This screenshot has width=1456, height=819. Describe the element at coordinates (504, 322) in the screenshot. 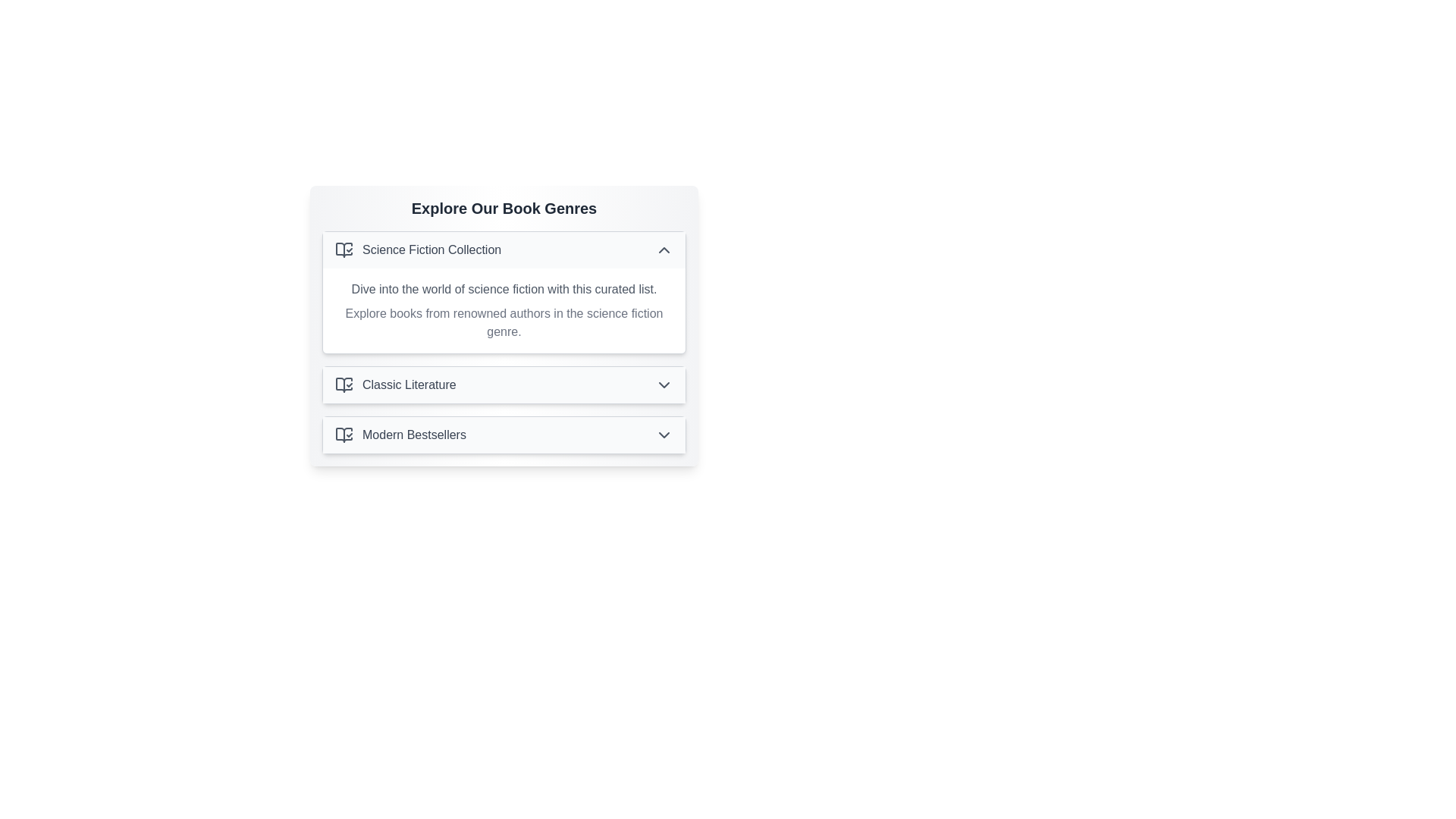

I see `the static text element that provides additional context about the Science Fiction Collection, located beneath the descriptive text 'Dive into the world of science fiction with this curated list.'` at that location.